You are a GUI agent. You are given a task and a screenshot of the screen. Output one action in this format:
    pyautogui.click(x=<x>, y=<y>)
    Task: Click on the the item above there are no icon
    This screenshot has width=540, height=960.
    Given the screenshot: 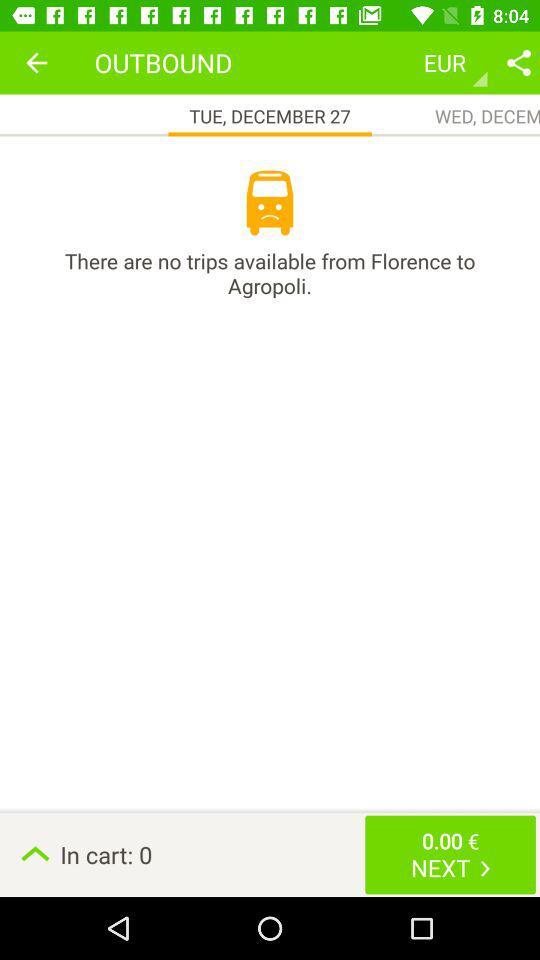 What is the action you would take?
    pyautogui.click(x=36, y=62)
    